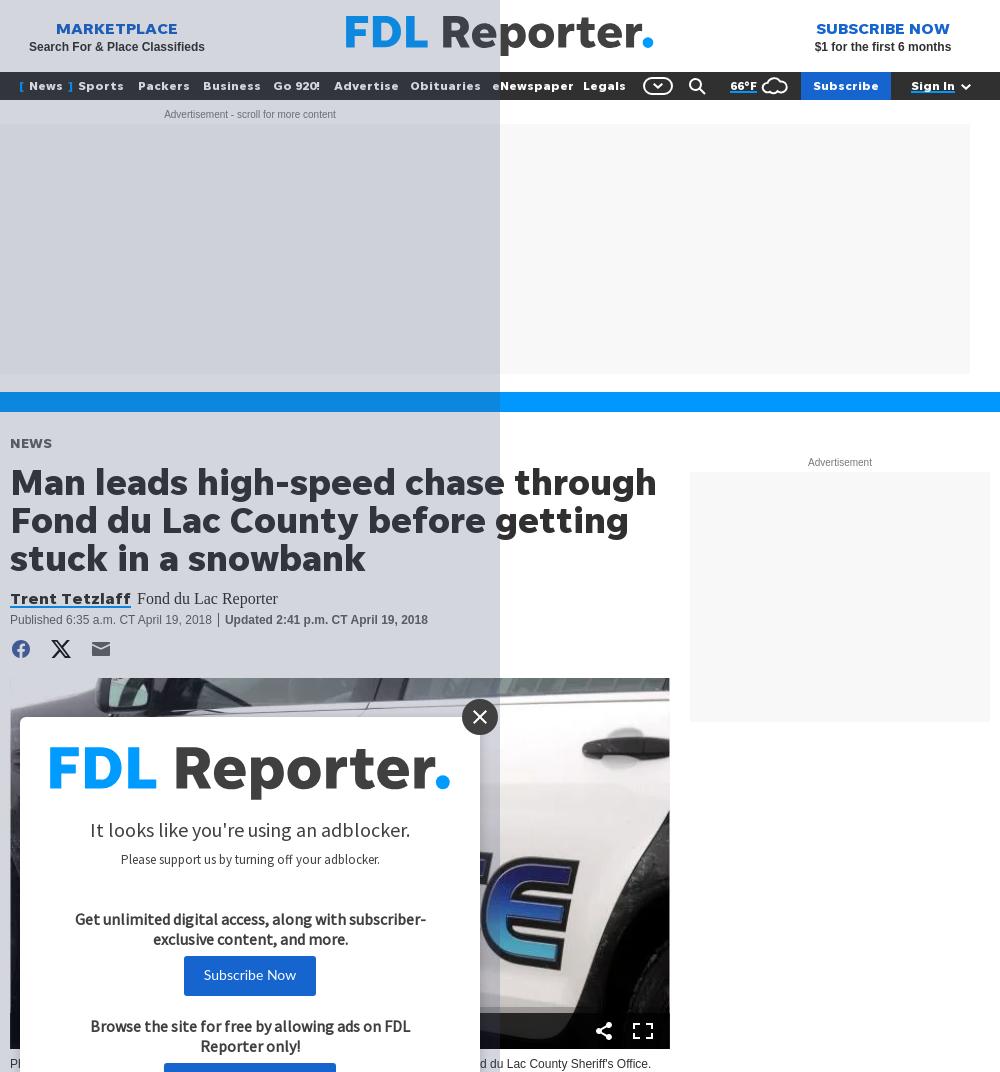 Image resolution: width=1000 pixels, height=1072 pixels. I want to click on 'Obituaries', so click(444, 85).